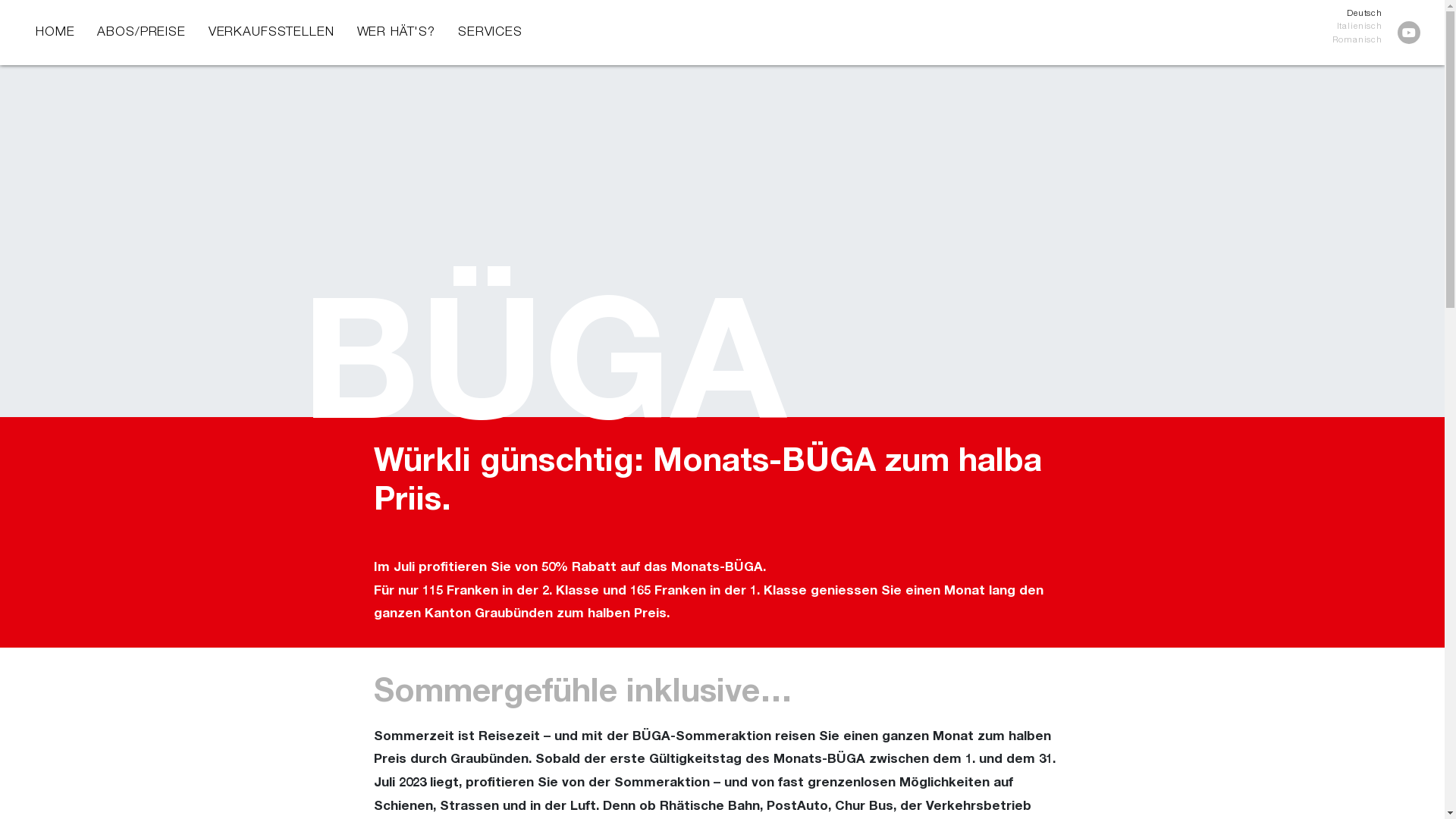 This screenshot has height=819, width=1456. I want to click on 'ABOS/PREISE', so click(141, 32).